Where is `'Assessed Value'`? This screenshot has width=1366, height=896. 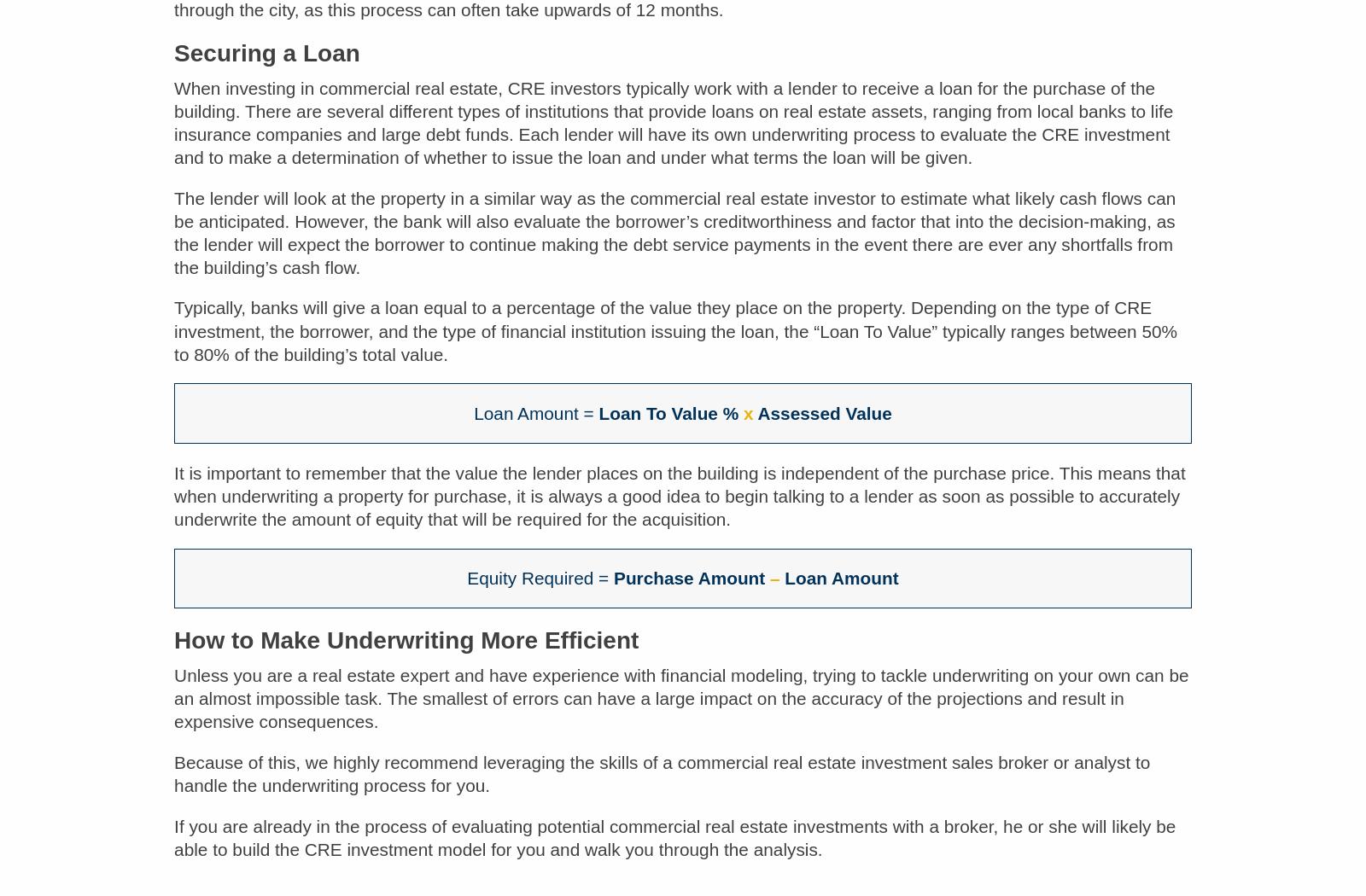
'Assessed Value' is located at coordinates (821, 424).